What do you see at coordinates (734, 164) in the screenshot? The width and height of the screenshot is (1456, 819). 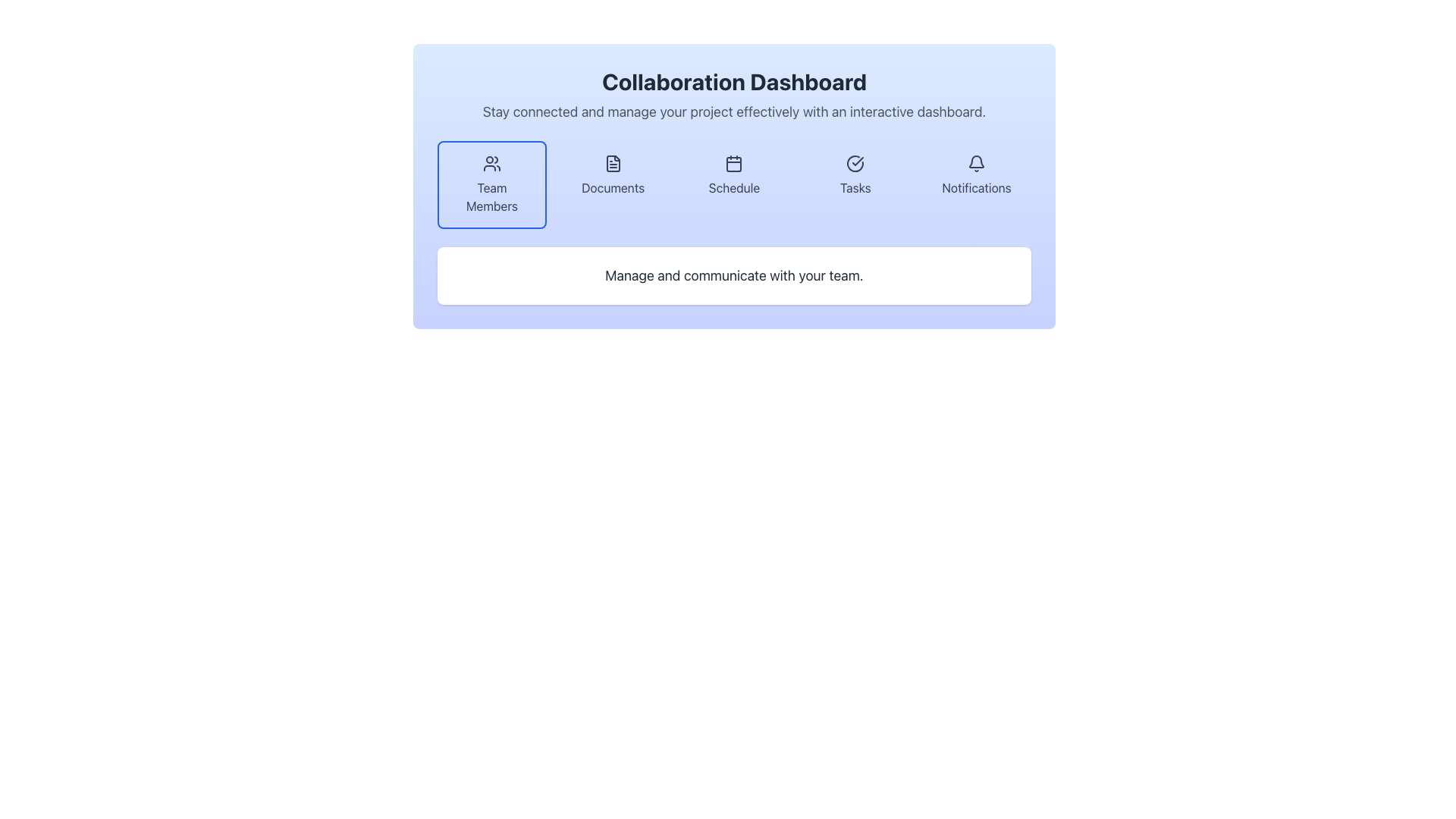 I see `the 'Schedule' icon located in the dashboard` at bounding box center [734, 164].